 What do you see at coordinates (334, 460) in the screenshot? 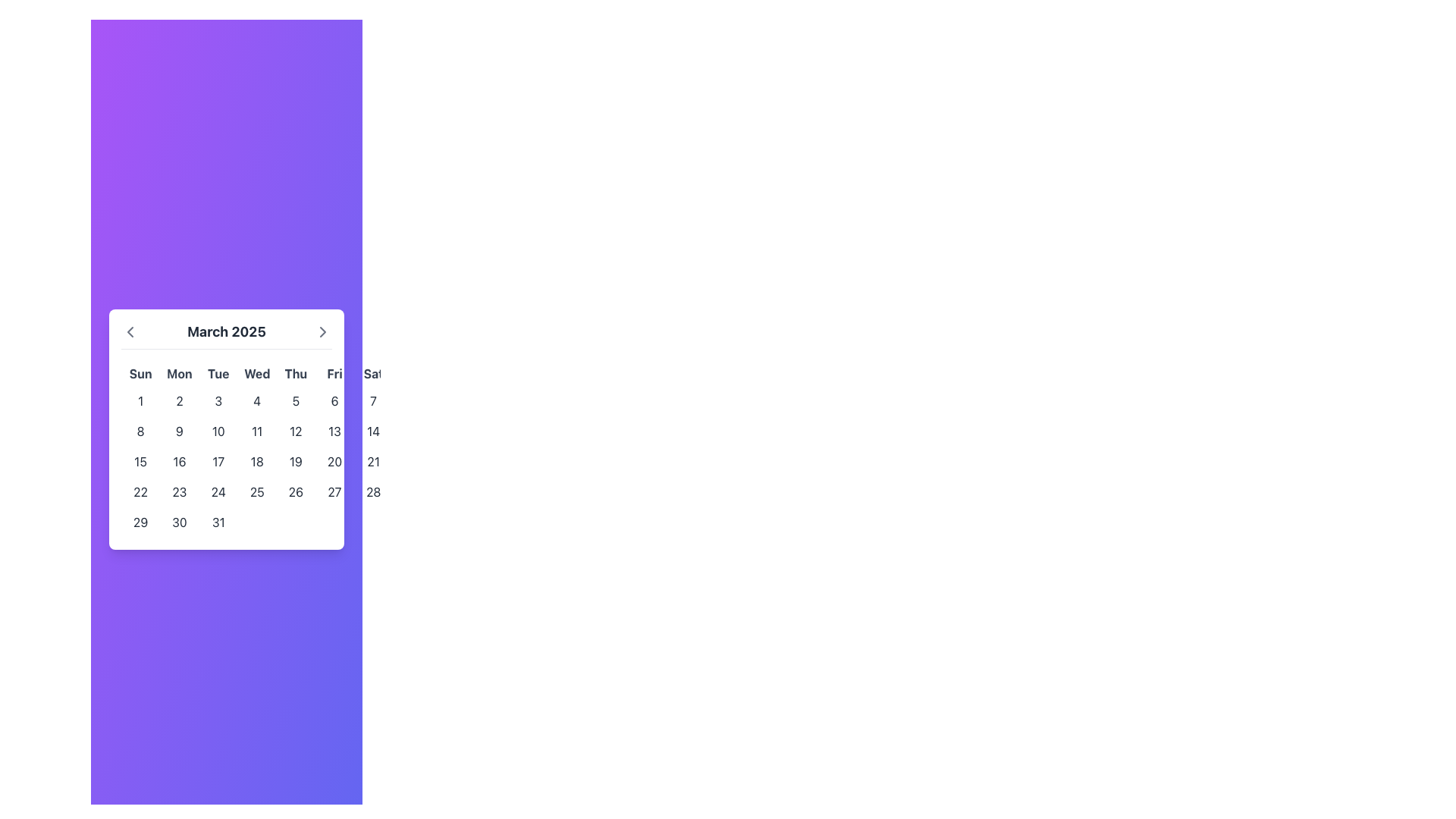
I see `the Calendar Date Cell representing March 20th, 2025` at bounding box center [334, 460].